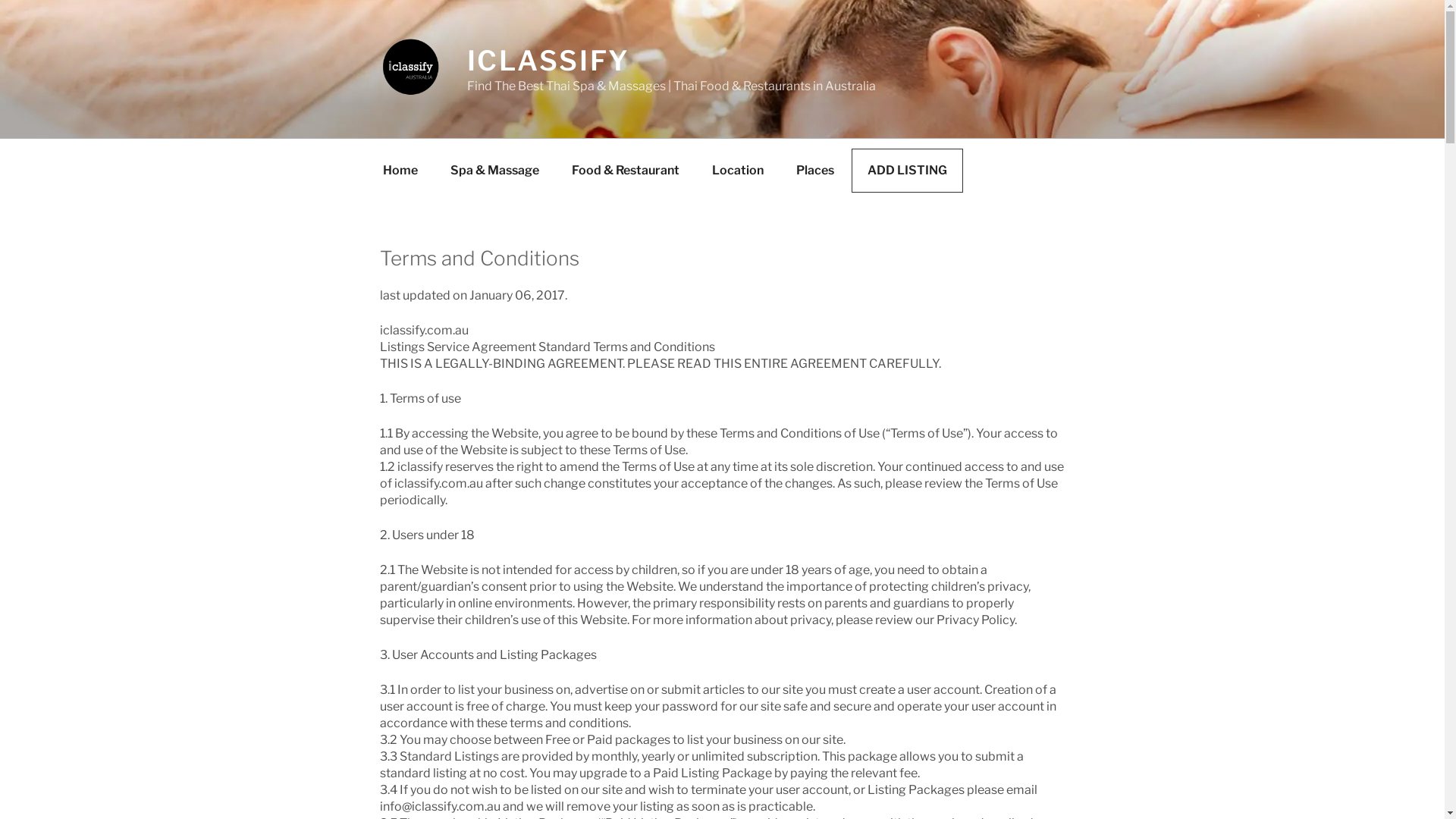  I want to click on 'Spa & Massage', so click(494, 170).